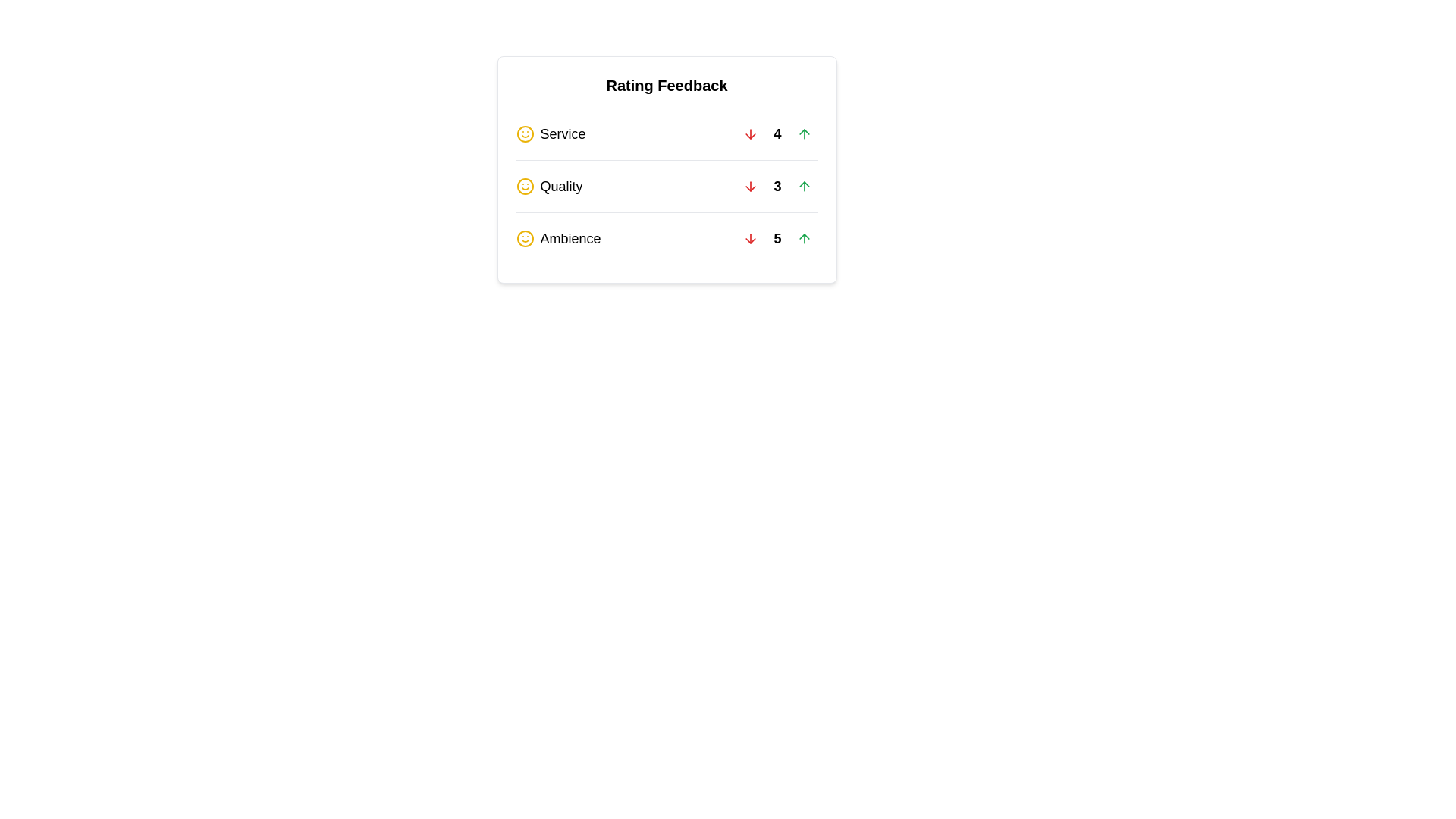 The height and width of the screenshot is (819, 1456). Describe the element at coordinates (803, 186) in the screenshot. I see `the upward-pointing green arrow button in the feedback system interface, located in the third column of the 'Quality' row, to increment the score` at that location.